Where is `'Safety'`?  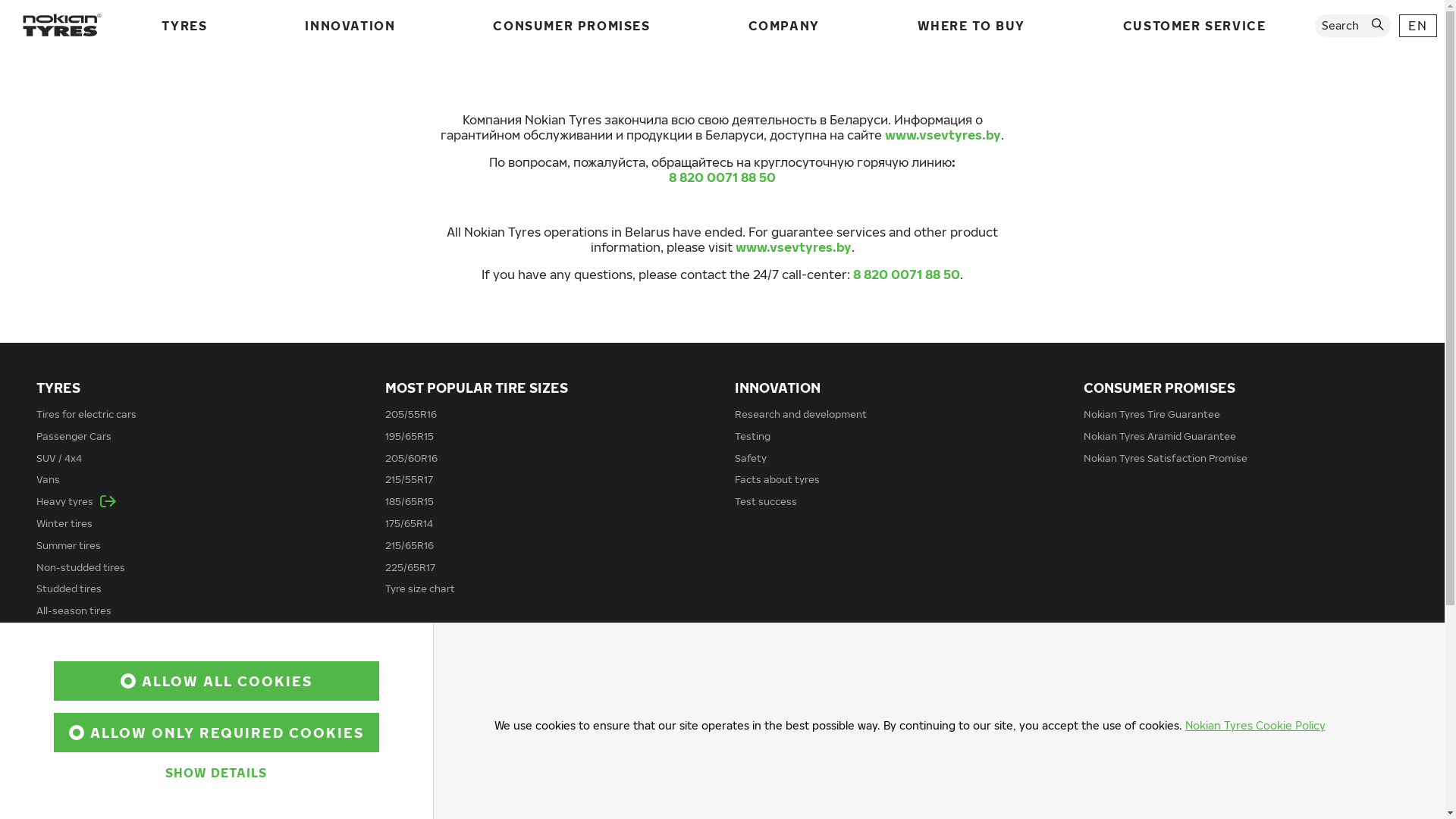
'Safety' is located at coordinates (734, 457).